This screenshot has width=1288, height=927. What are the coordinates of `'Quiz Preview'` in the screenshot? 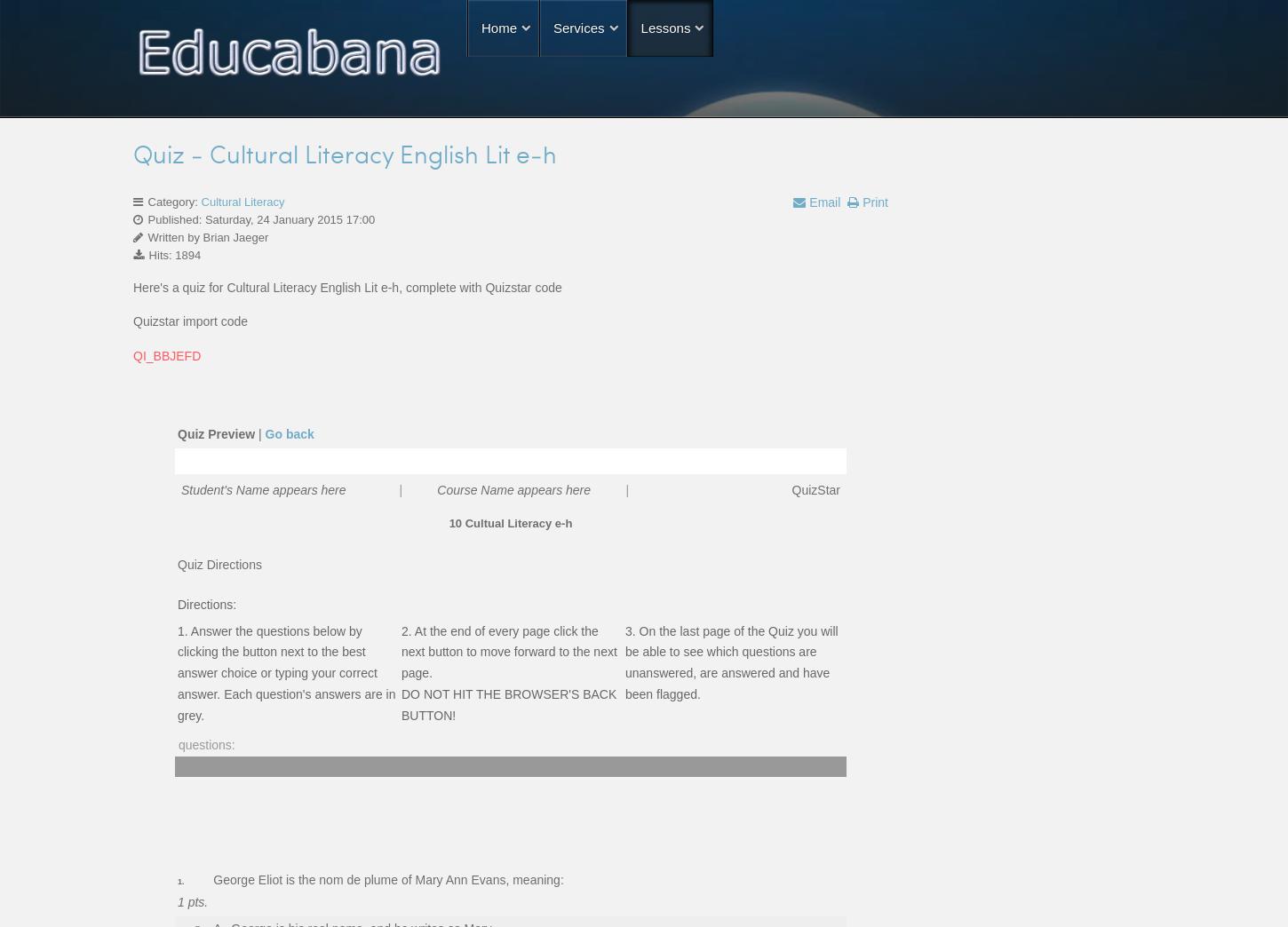 It's located at (176, 432).